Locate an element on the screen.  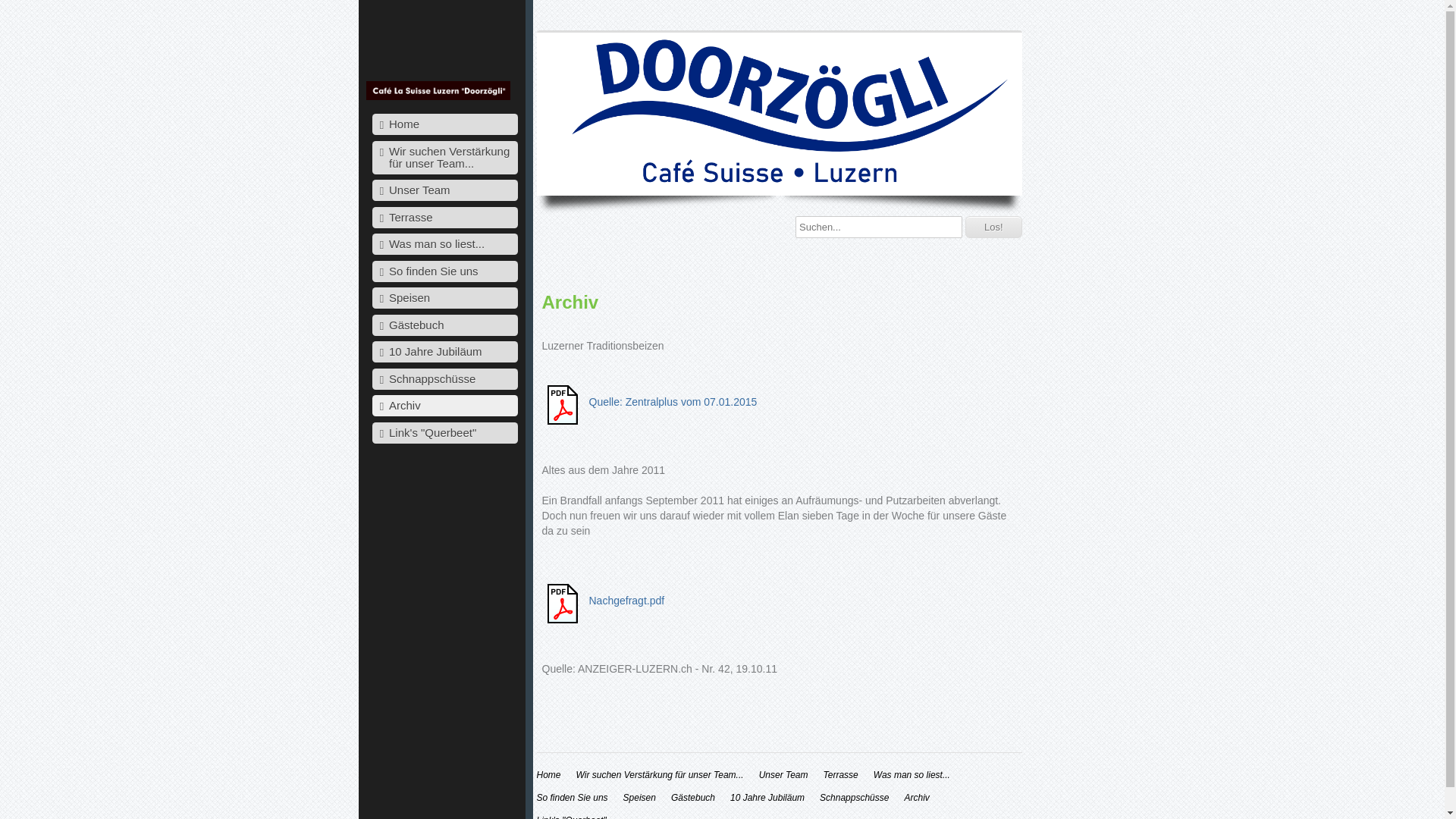
'Home' is located at coordinates (548, 775).